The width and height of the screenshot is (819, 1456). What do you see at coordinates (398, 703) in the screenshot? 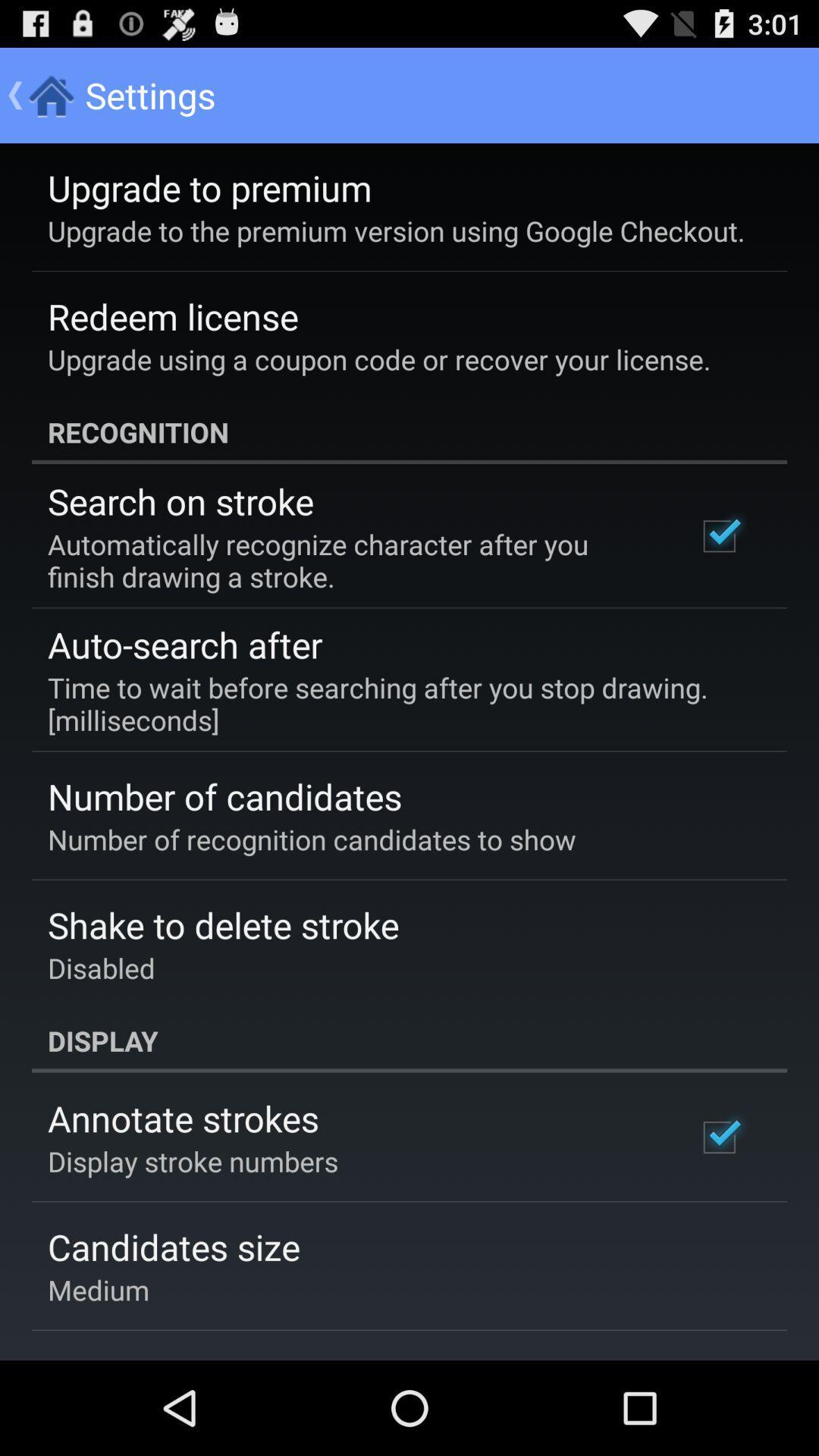
I see `the time to wait icon` at bounding box center [398, 703].